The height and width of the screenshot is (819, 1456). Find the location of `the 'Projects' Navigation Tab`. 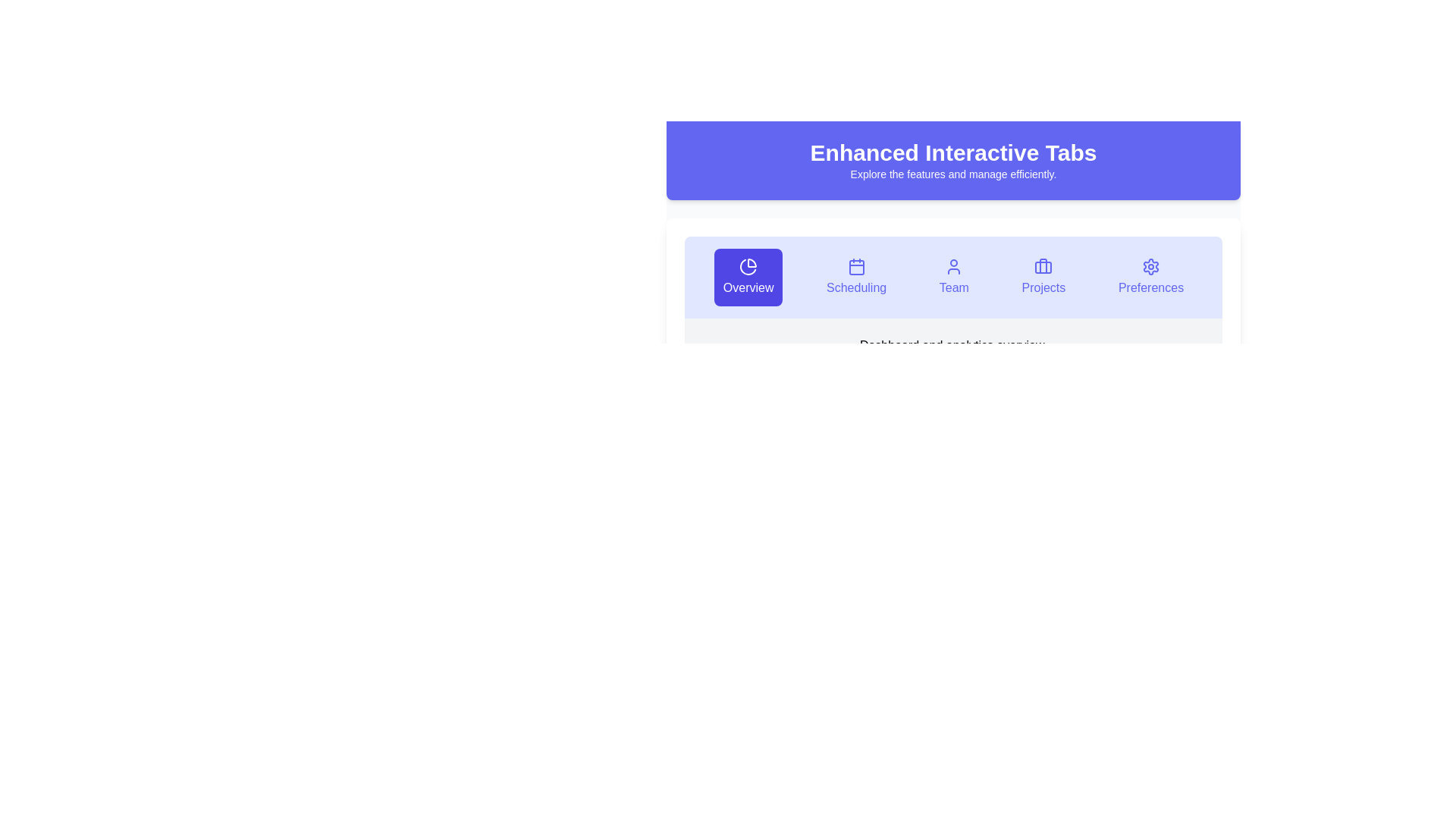

the 'Projects' Navigation Tab is located at coordinates (1043, 278).